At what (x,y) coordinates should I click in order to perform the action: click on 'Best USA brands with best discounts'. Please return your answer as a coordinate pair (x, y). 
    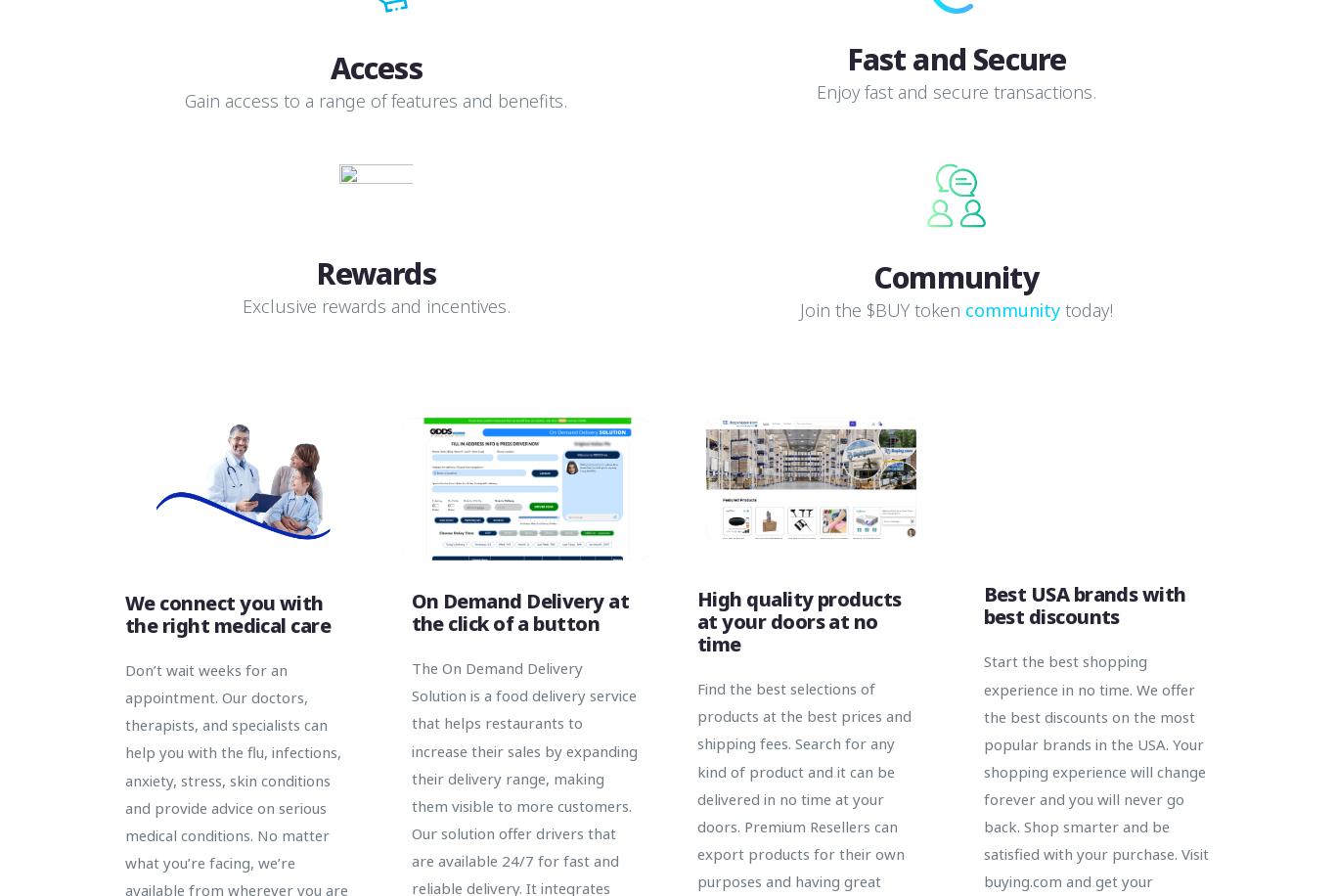
    Looking at the image, I should click on (1083, 605).